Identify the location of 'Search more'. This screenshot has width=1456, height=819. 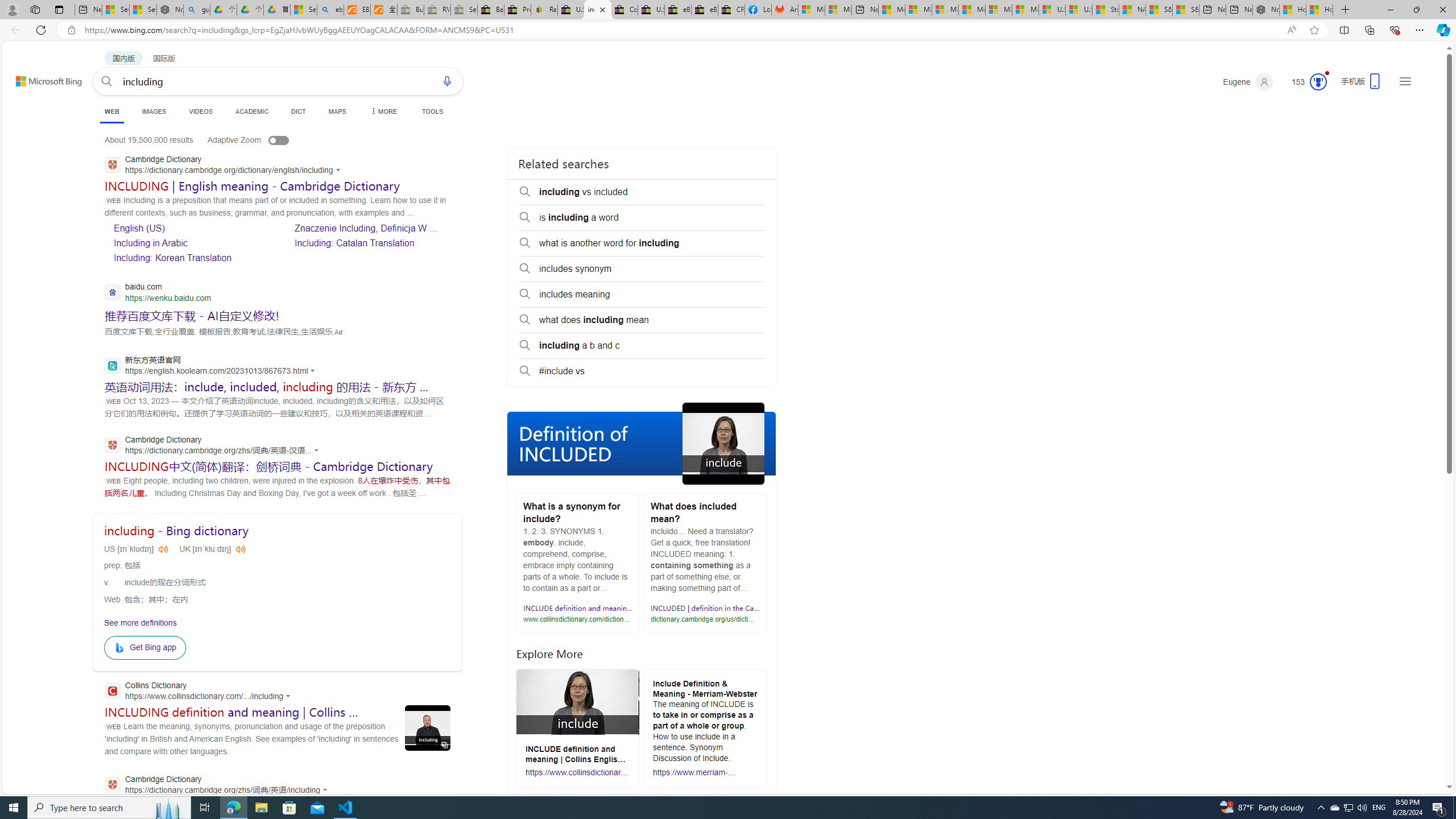
(1423, 753).